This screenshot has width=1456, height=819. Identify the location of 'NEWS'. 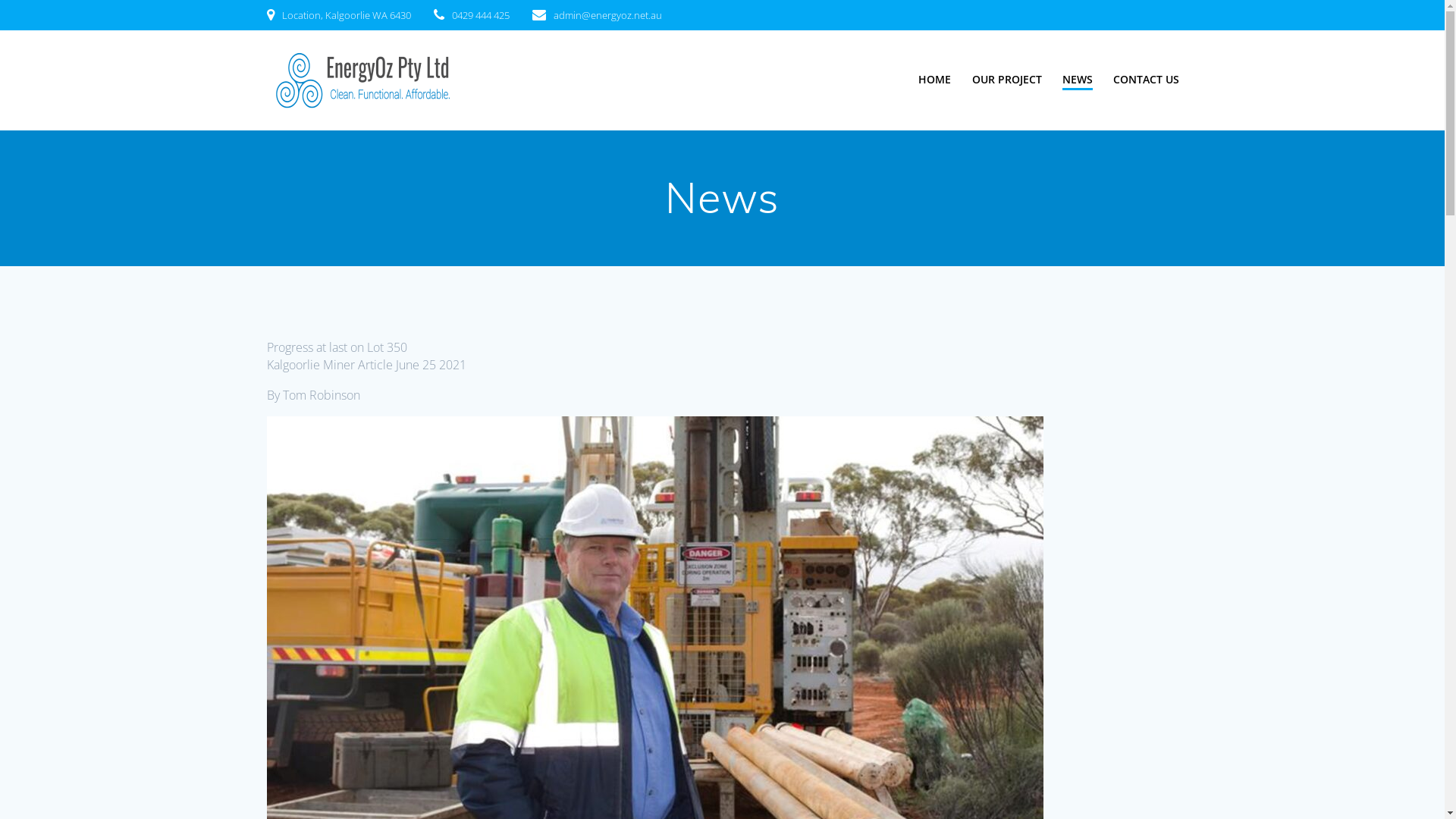
(1076, 80).